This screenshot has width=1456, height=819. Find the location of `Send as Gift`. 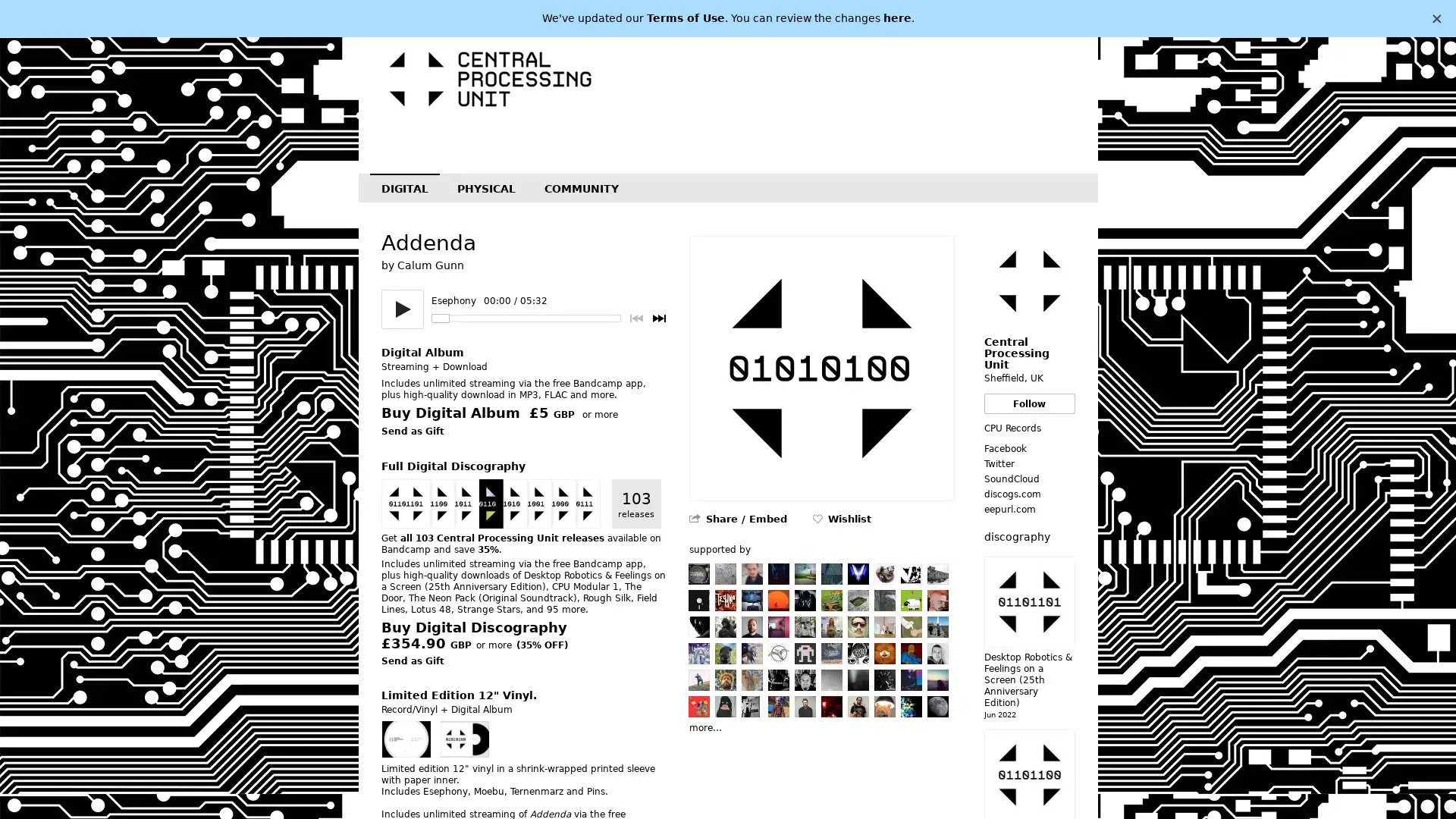

Send as Gift is located at coordinates (412, 660).